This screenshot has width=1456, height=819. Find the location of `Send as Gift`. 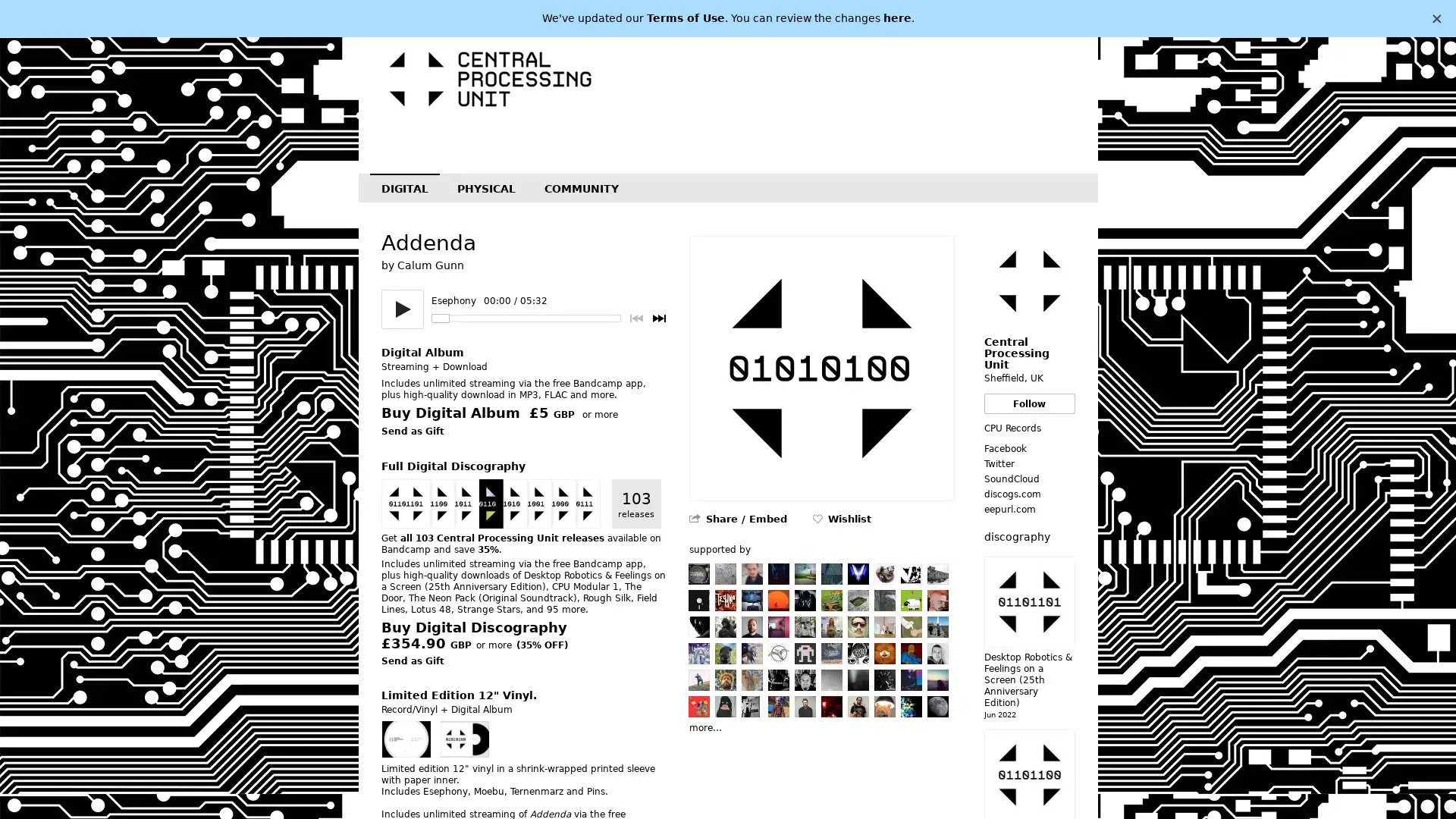

Send as Gift is located at coordinates (412, 660).